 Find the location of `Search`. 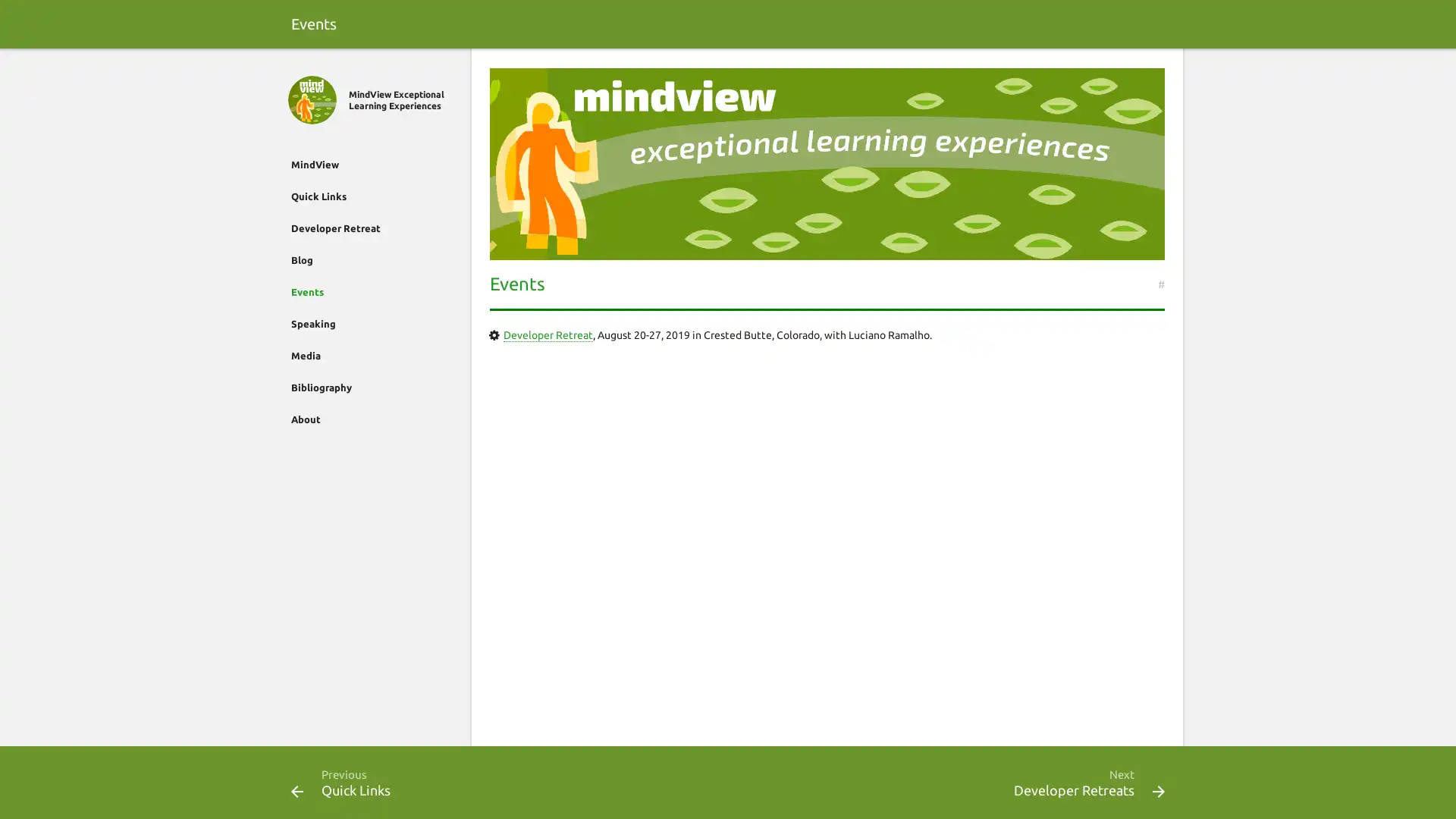

Search is located at coordinates (1157, 66).